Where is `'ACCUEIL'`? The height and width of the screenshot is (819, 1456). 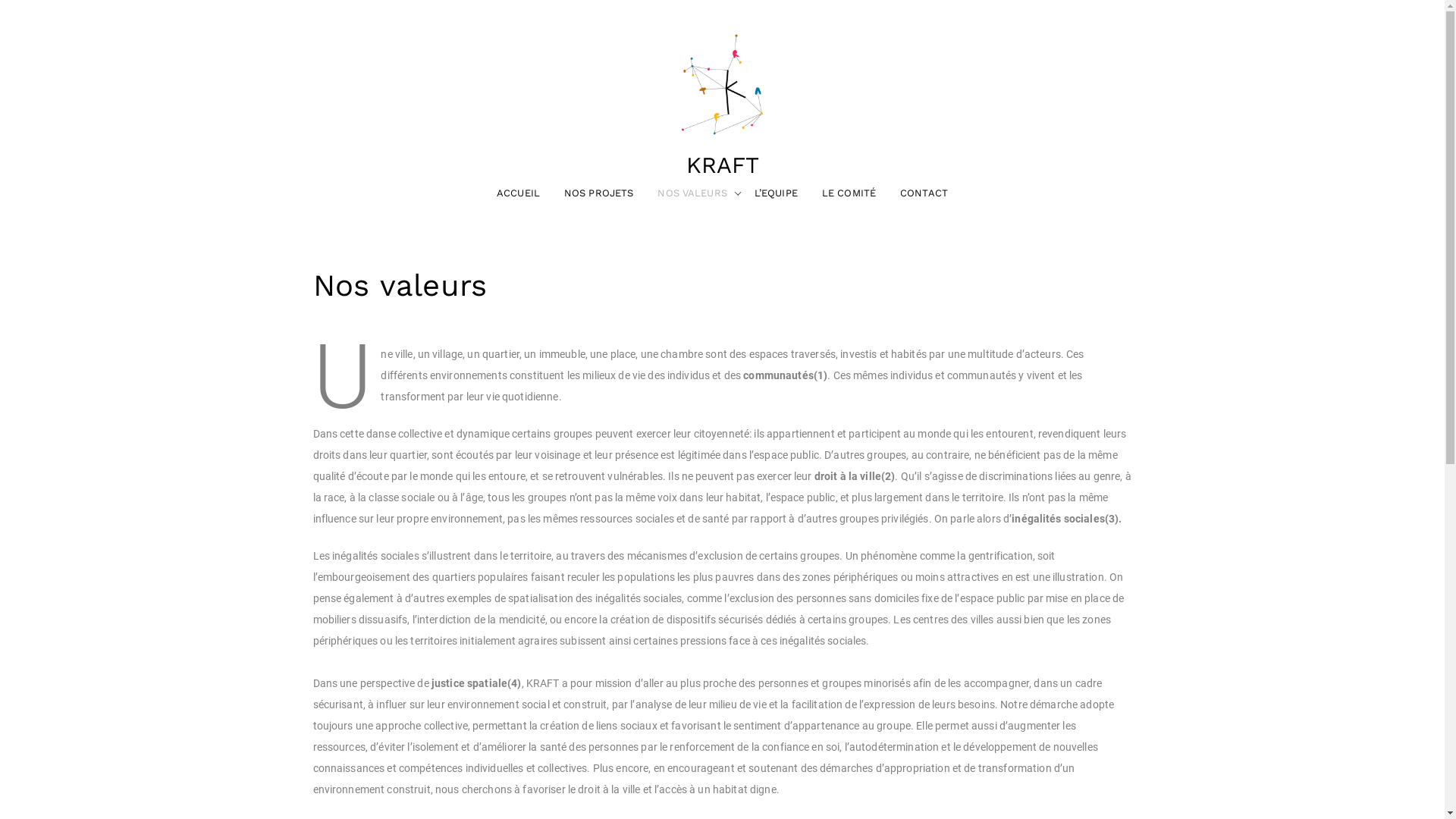 'ACCUEIL' is located at coordinates (518, 192).